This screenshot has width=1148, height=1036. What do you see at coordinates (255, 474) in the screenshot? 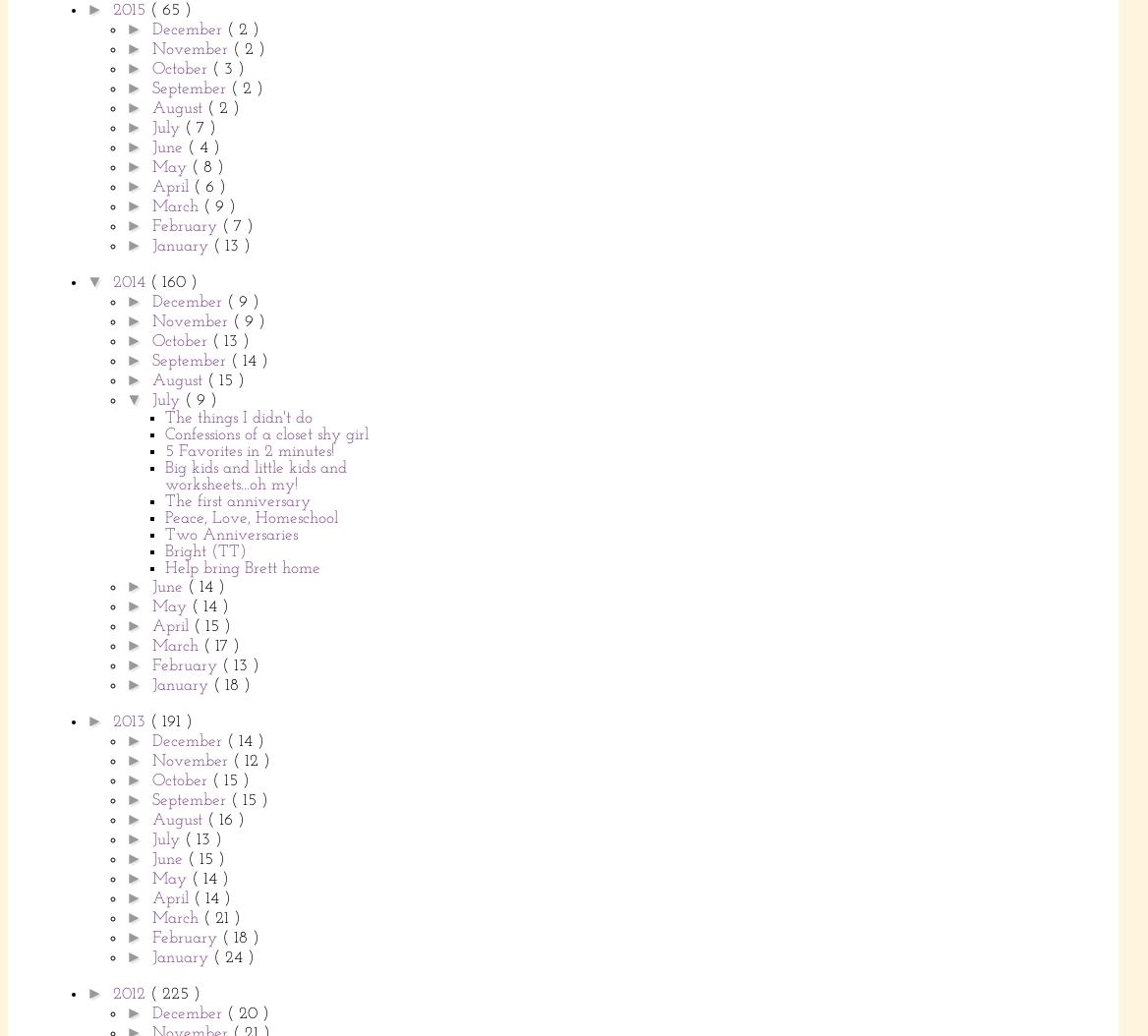
I see `'Big kids and little kids and worksheets...oh my!'` at bounding box center [255, 474].